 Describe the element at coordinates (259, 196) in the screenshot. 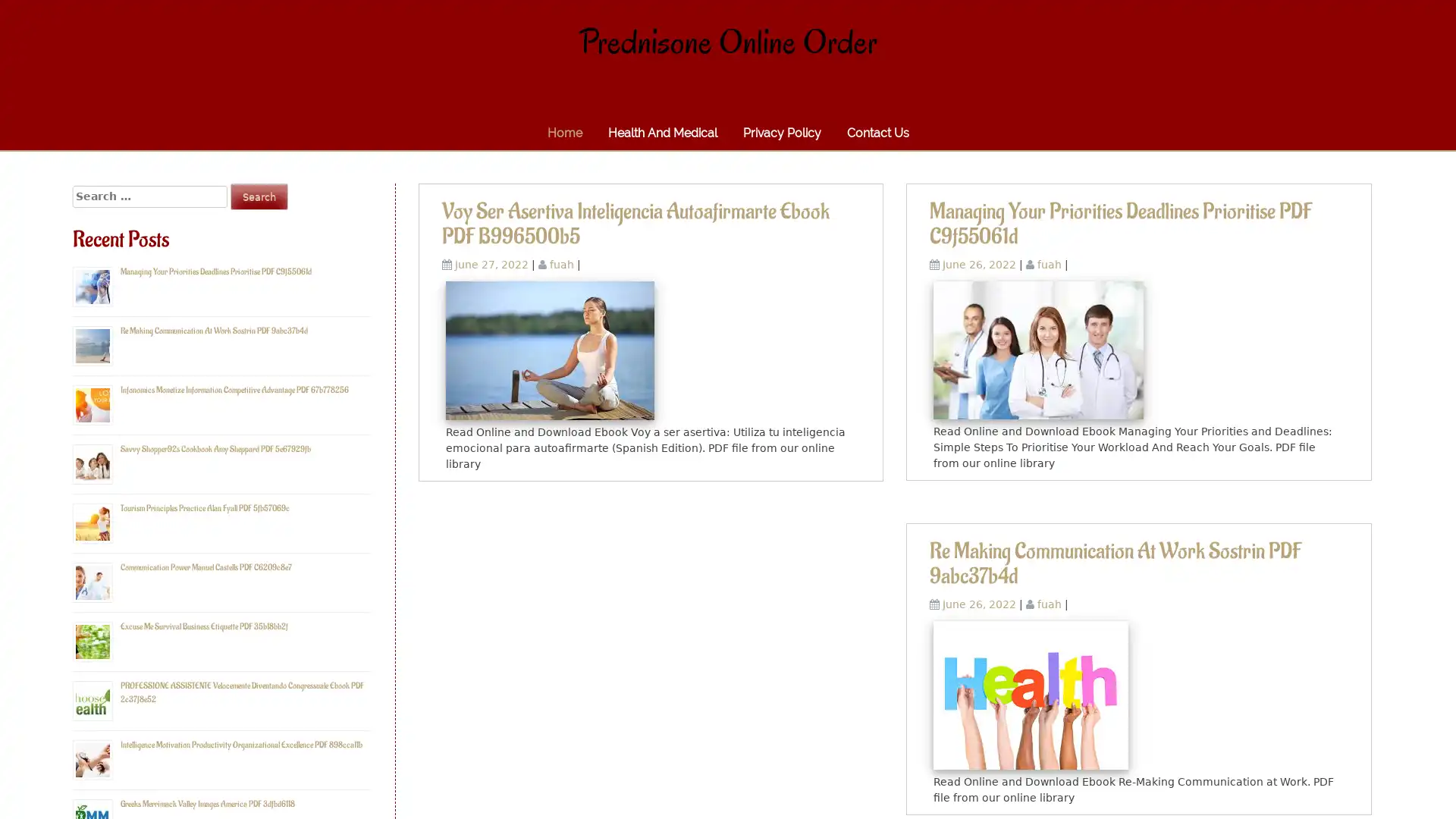

I see `Search` at that location.